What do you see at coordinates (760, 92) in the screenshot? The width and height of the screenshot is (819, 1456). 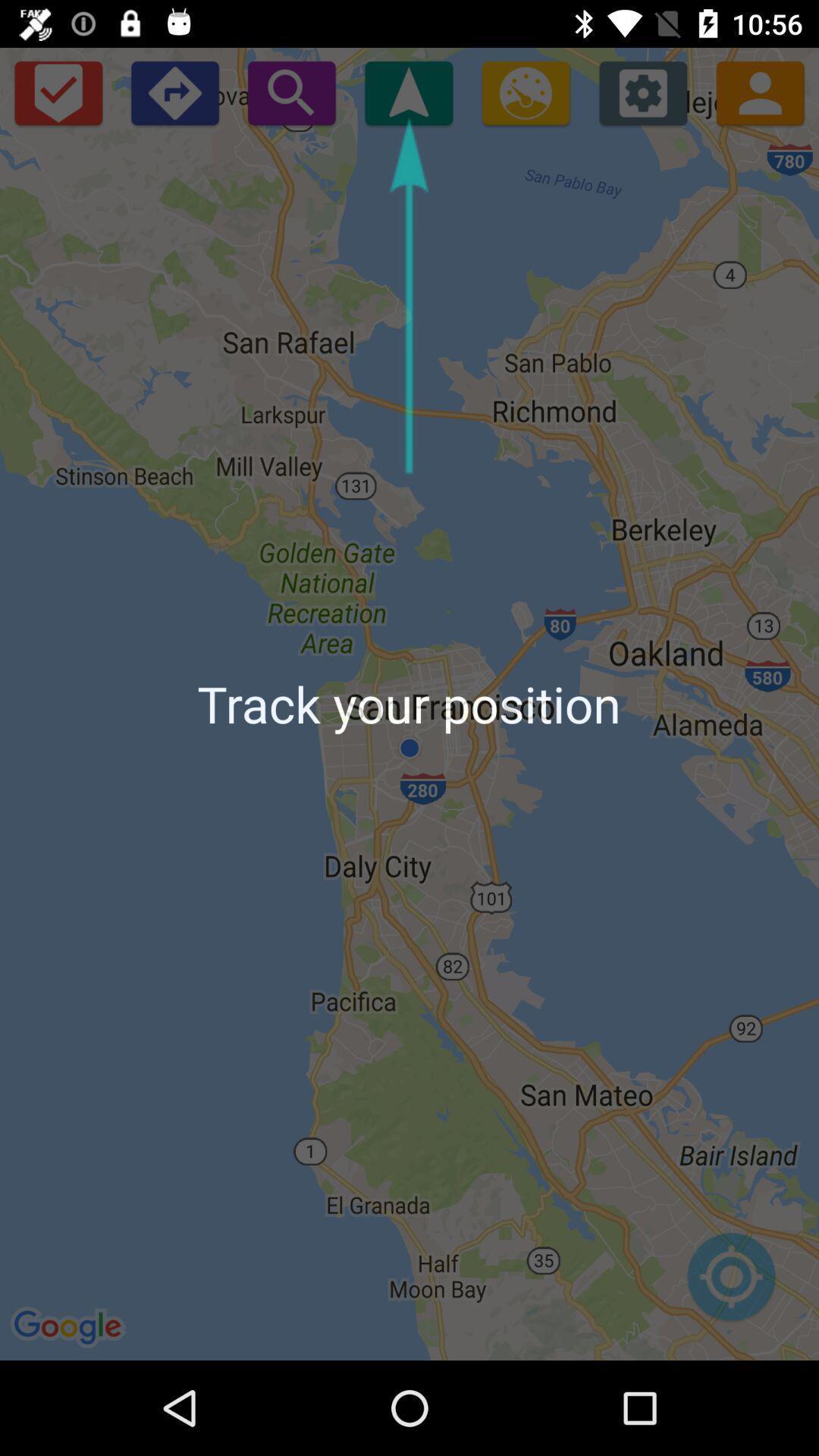 I see `contact option` at bounding box center [760, 92].